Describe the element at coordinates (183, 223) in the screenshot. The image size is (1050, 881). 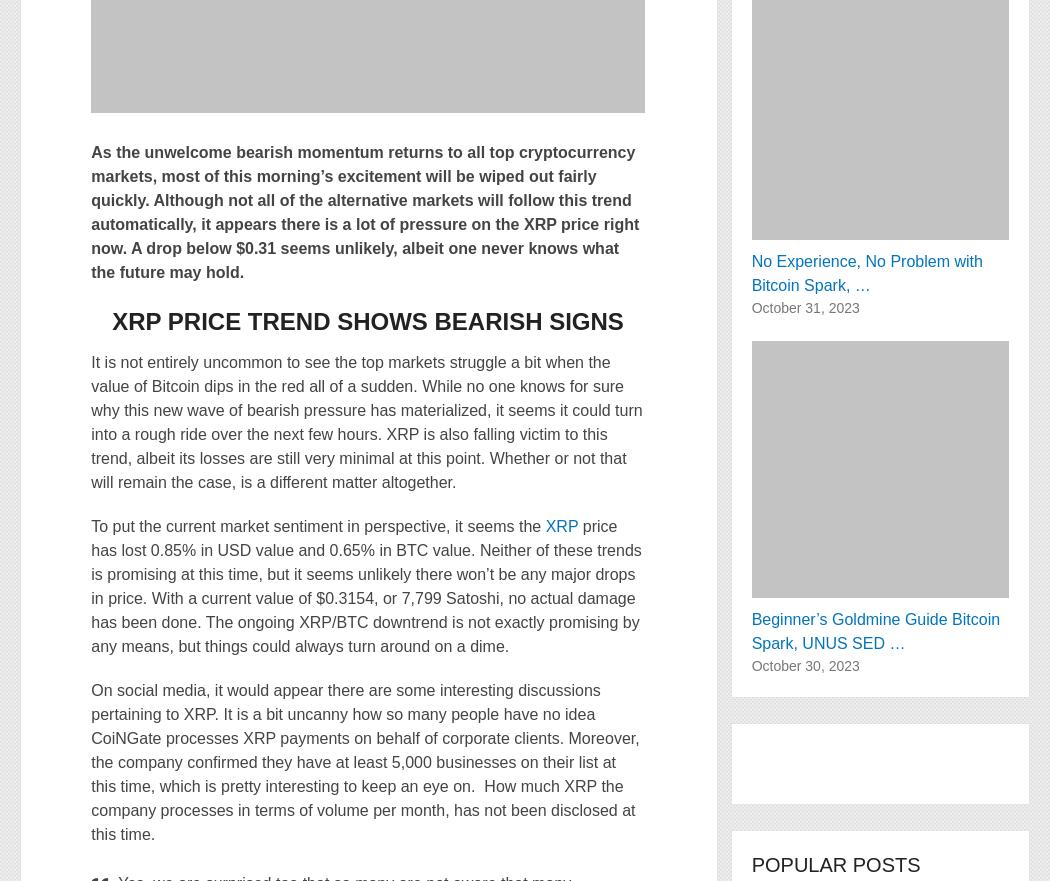
I see `'automatically, it appears'` at that location.